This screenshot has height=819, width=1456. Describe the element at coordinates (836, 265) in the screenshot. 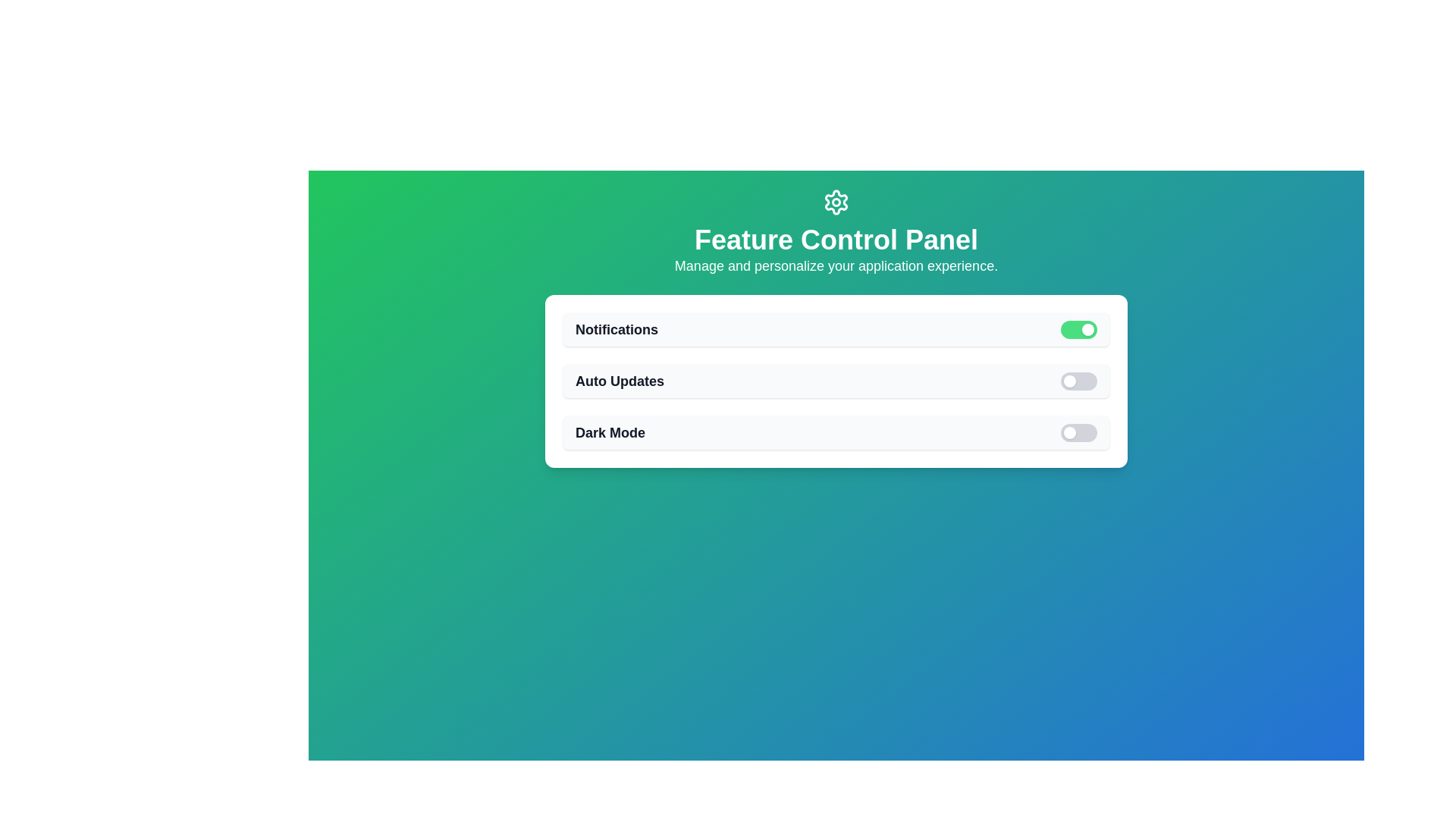

I see `the static text label that reads 'Manage and personalize your application experience.' which is positioned below the header 'Feature Control Panel'` at that location.